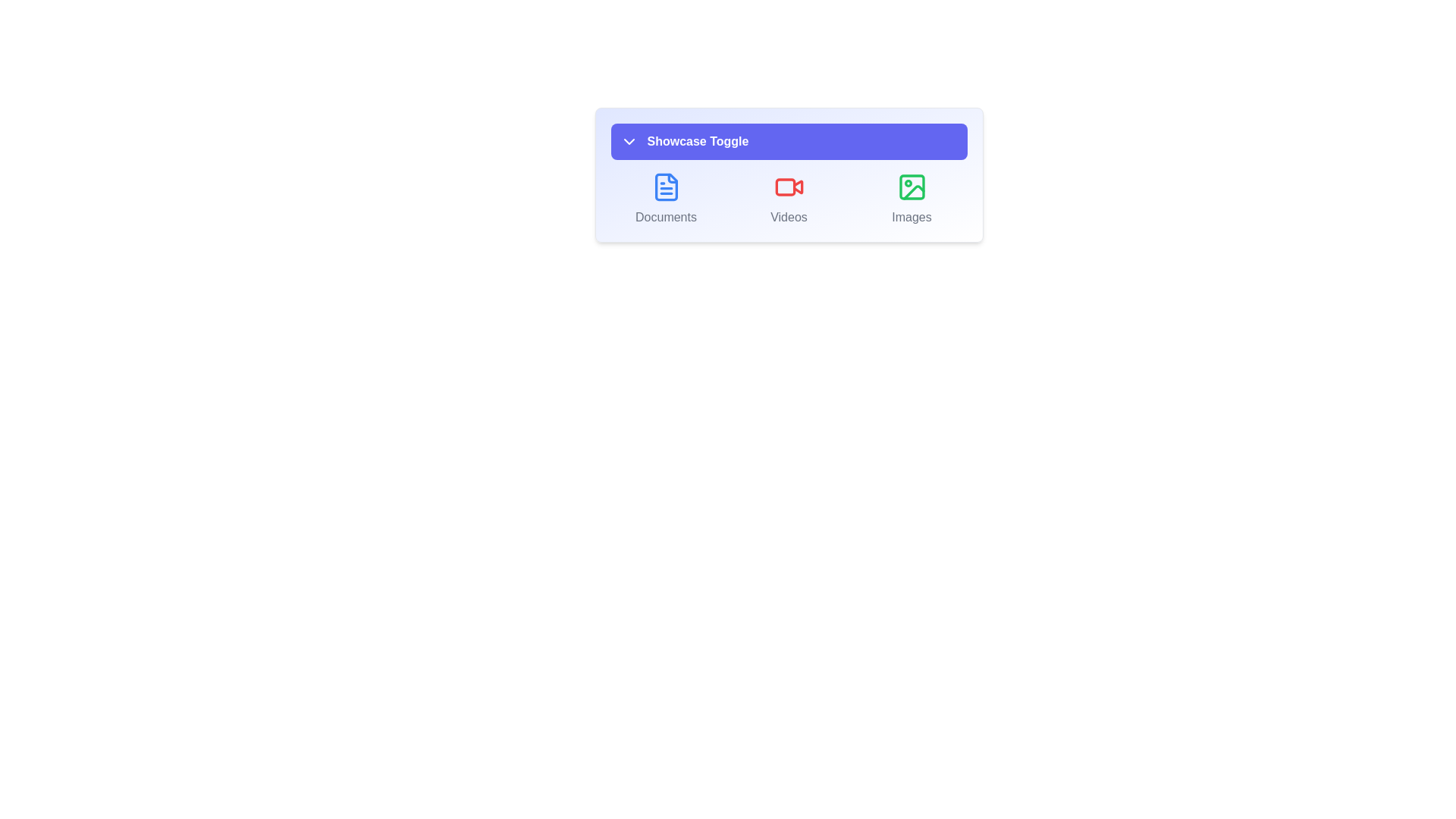 This screenshot has height=819, width=1456. What do you see at coordinates (785, 186) in the screenshot?
I see `the decorative rectangle located within the 'Videos' icon, which is the central icon` at bounding box center [785, 186].